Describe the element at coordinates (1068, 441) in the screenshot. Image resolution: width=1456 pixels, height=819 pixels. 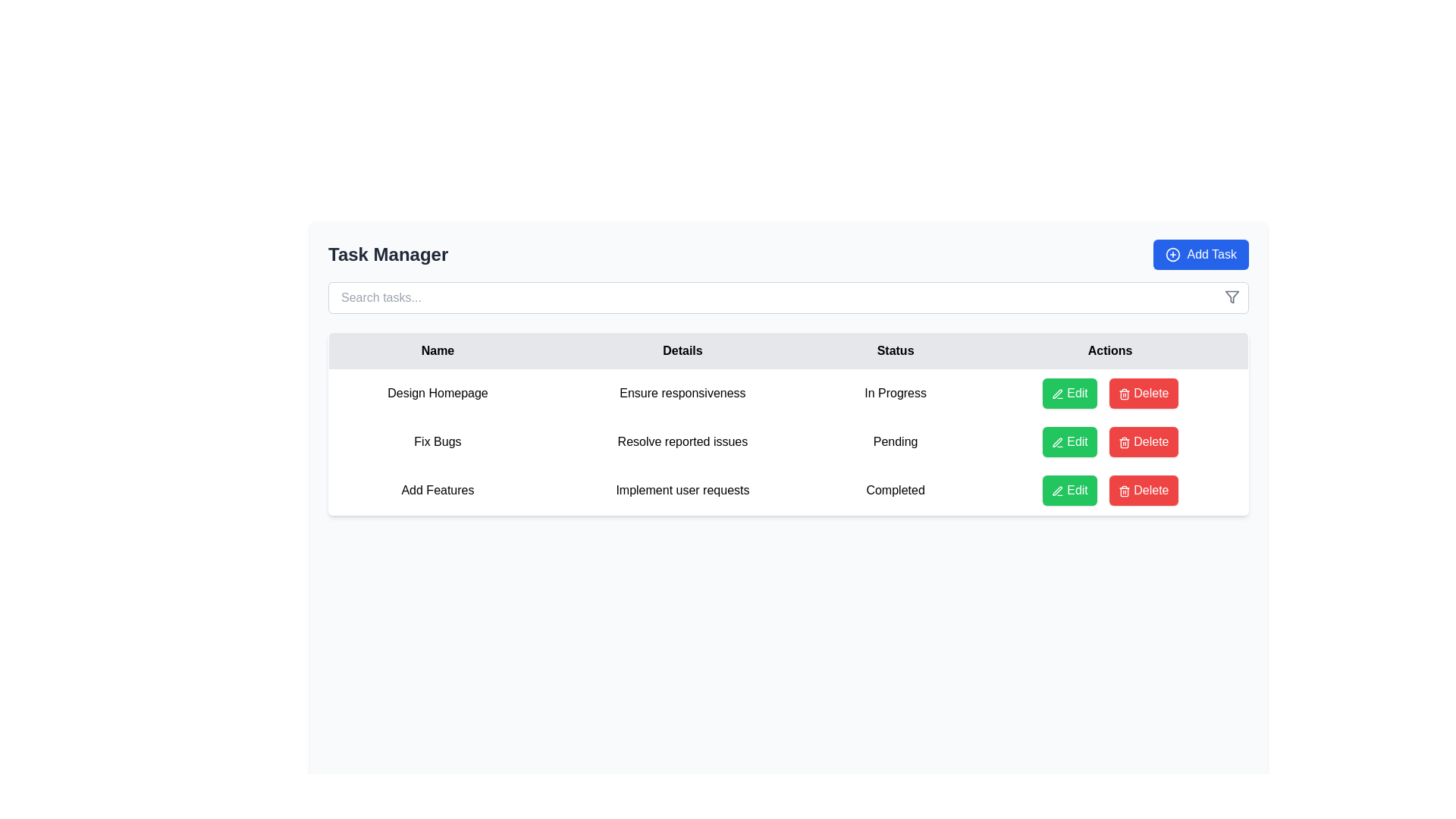
I see `the 'Edit' button with a green background and pencil icon, located in the 'Actions' column of the second row of the table` at that location.